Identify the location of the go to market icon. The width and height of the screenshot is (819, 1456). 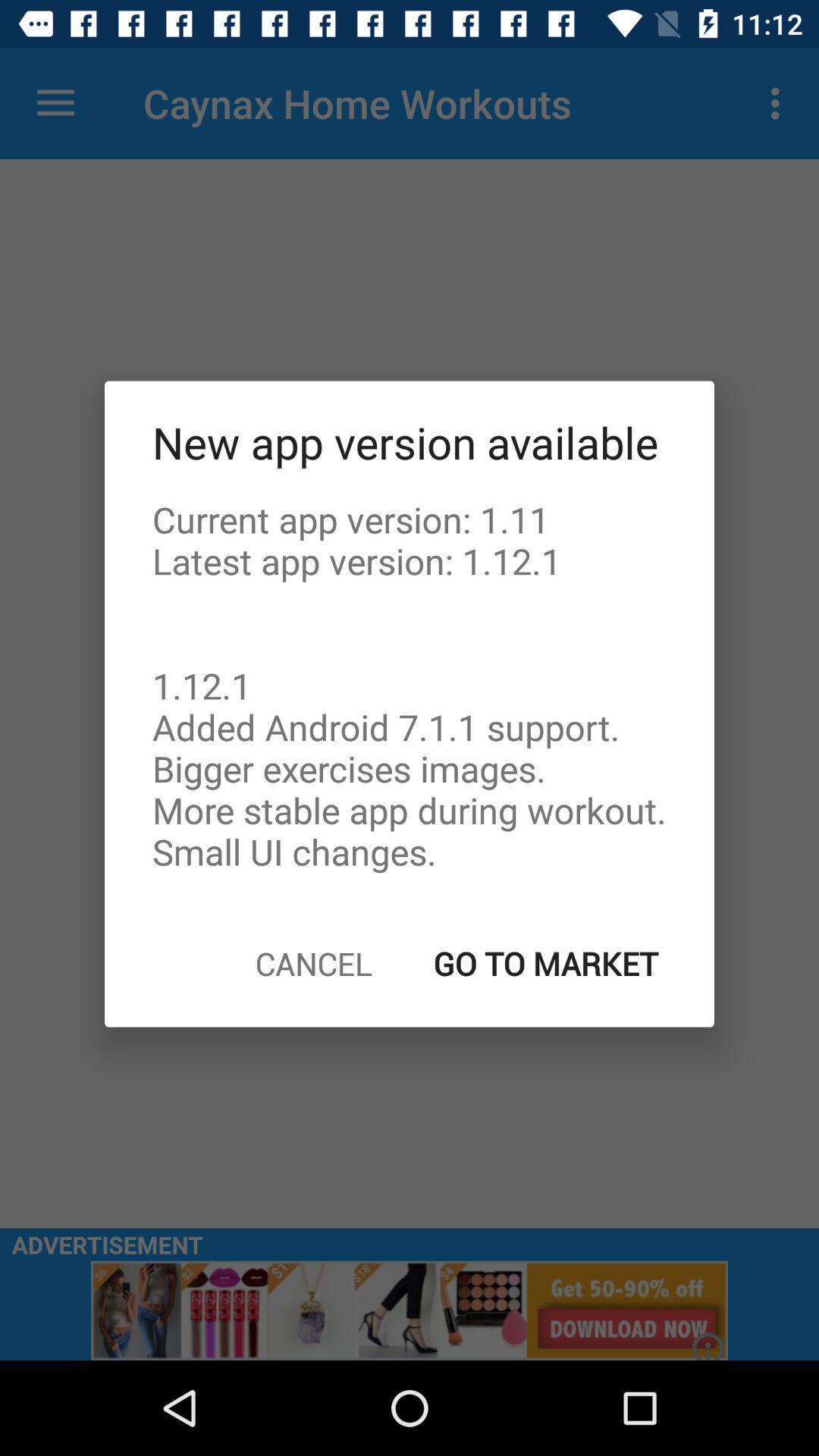
(546, 962).